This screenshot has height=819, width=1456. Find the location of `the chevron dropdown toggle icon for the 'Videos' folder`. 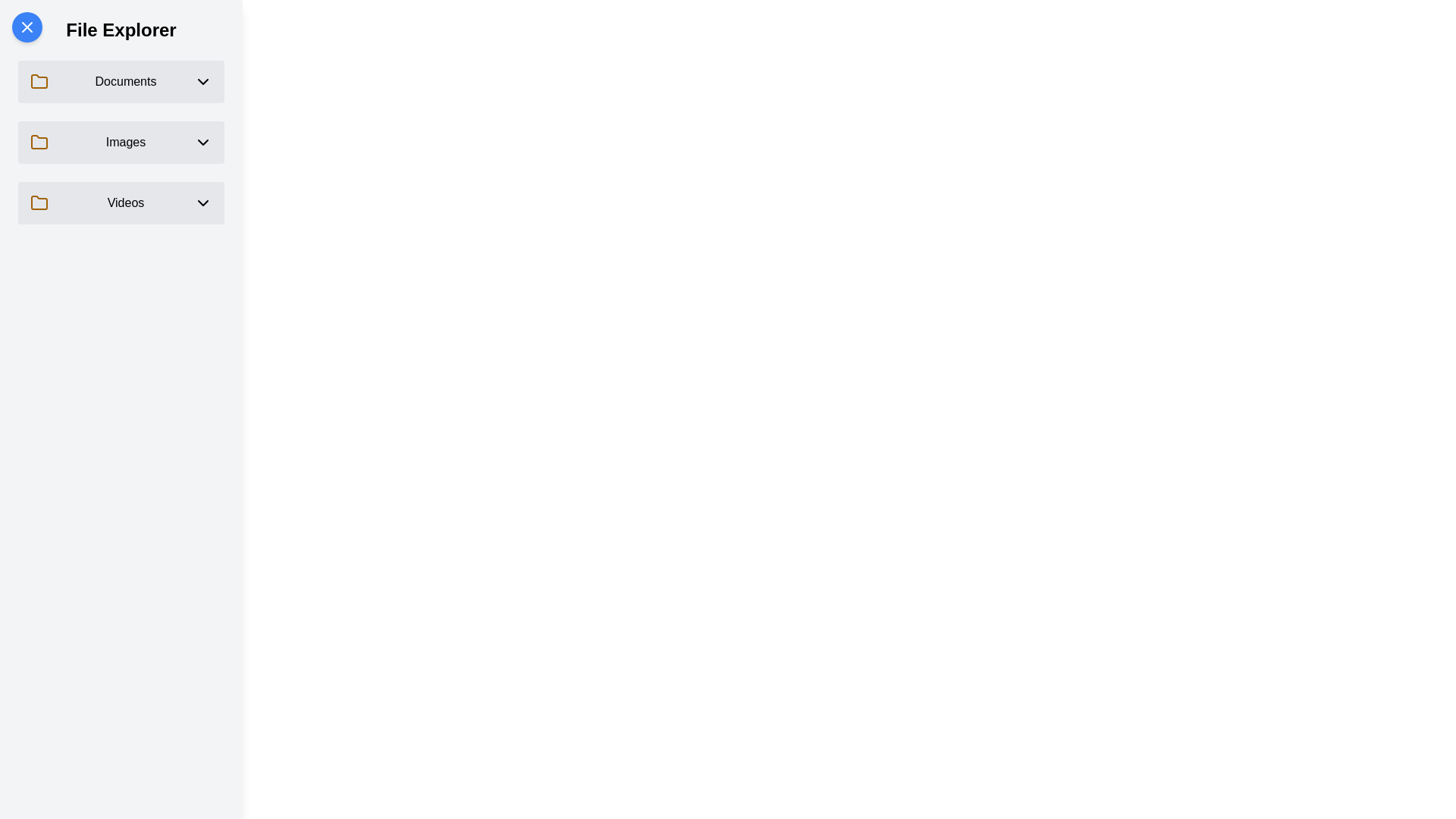

the chevron dropdown toggle icon for the 'Videos' folder is located at coordinates (202, 202).